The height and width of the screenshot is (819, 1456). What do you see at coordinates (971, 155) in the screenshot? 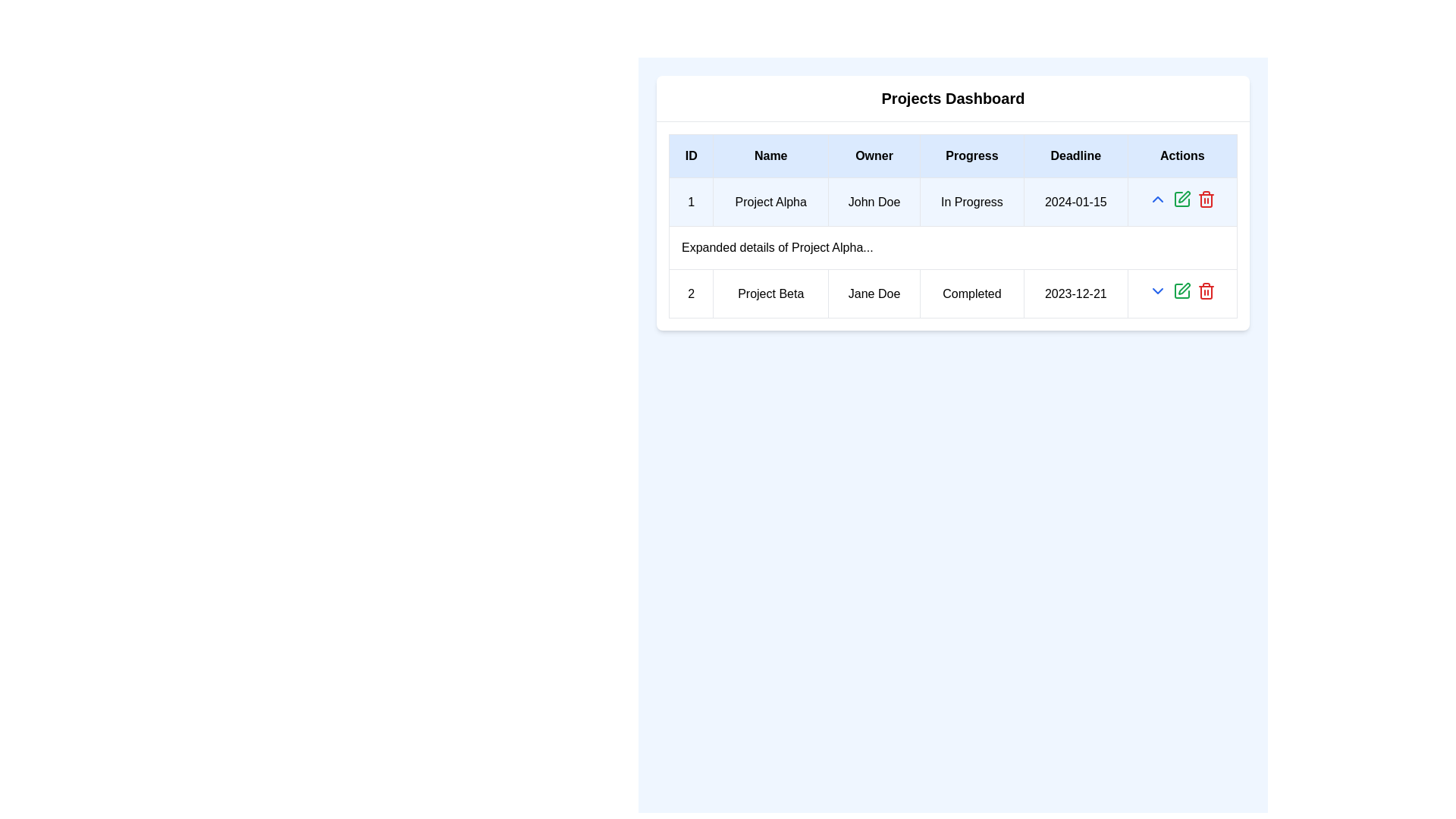
I see `the 'Progress' header text which is the fourth header in the row of the table under the 'Projects Dashboard' title` at bounding box center [971, 155].